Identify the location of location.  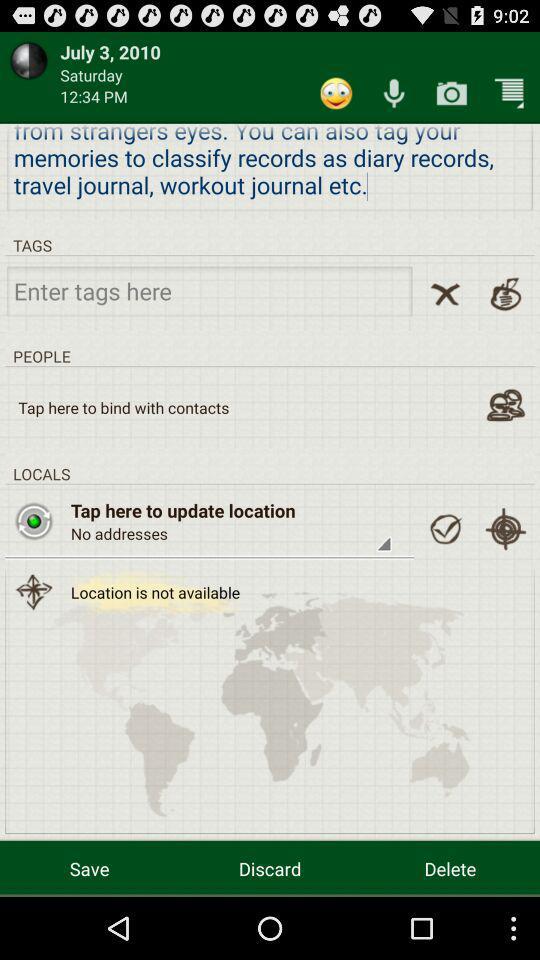
(33, 520).